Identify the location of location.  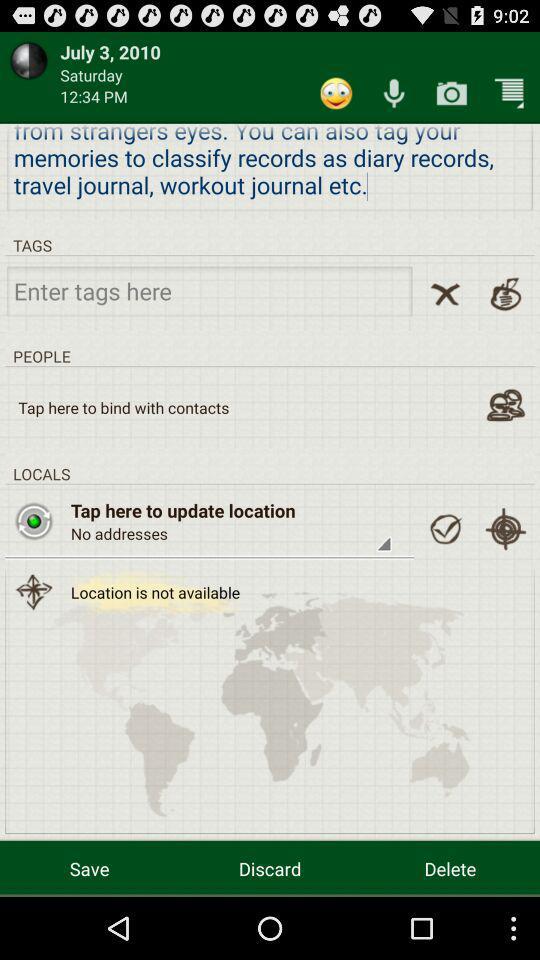
(33, 520).